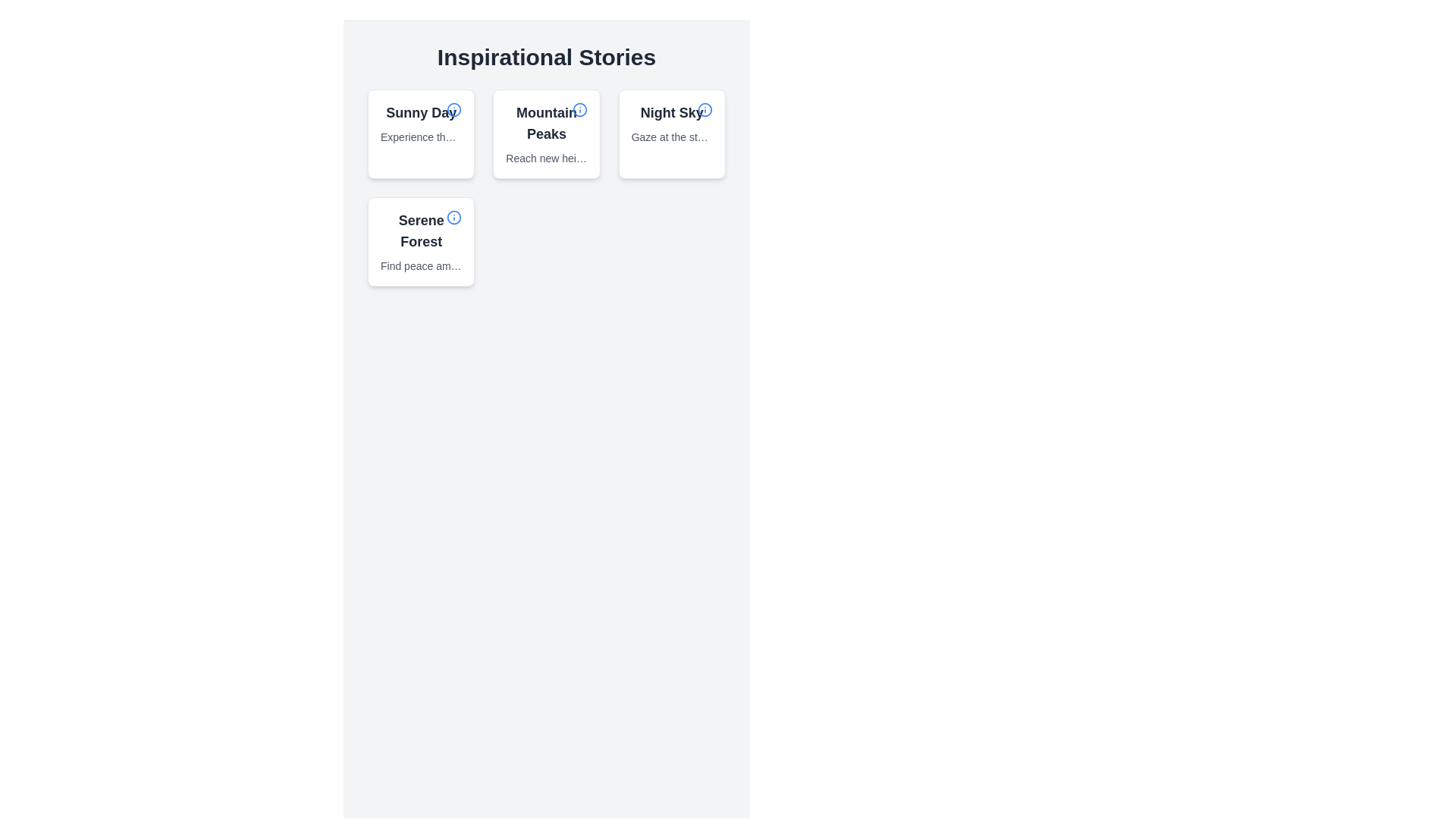 Image resolution: width=1456 pixels, height=819 pixels. Describe the element at coordinates (421, 122) in the screenshot. I see `the first card component in the grid layout under the heading 'Inspirational Stories'` at that location.